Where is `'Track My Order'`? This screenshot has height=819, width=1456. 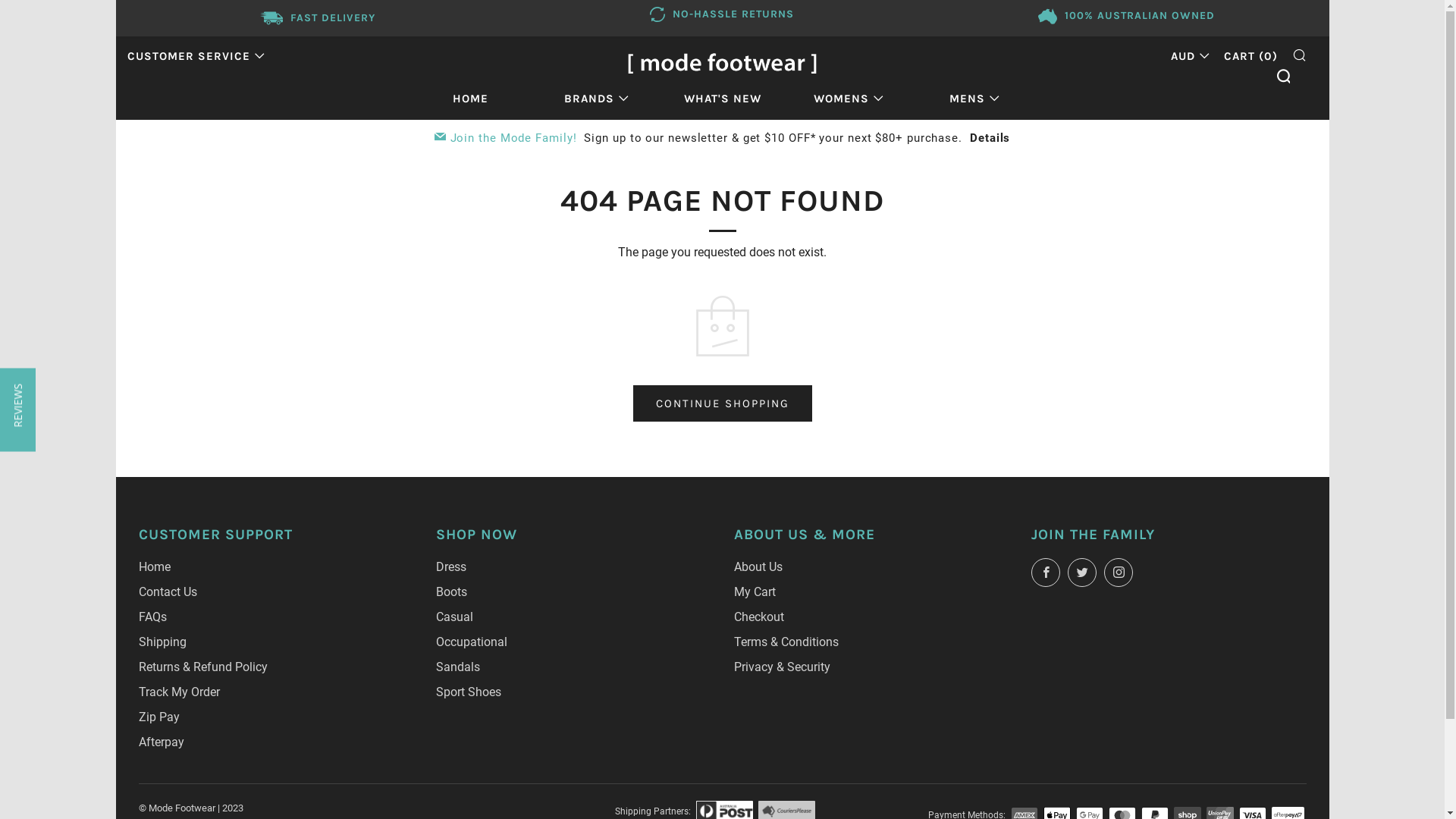 'Track My Order' is located at coordinates (178, 692).